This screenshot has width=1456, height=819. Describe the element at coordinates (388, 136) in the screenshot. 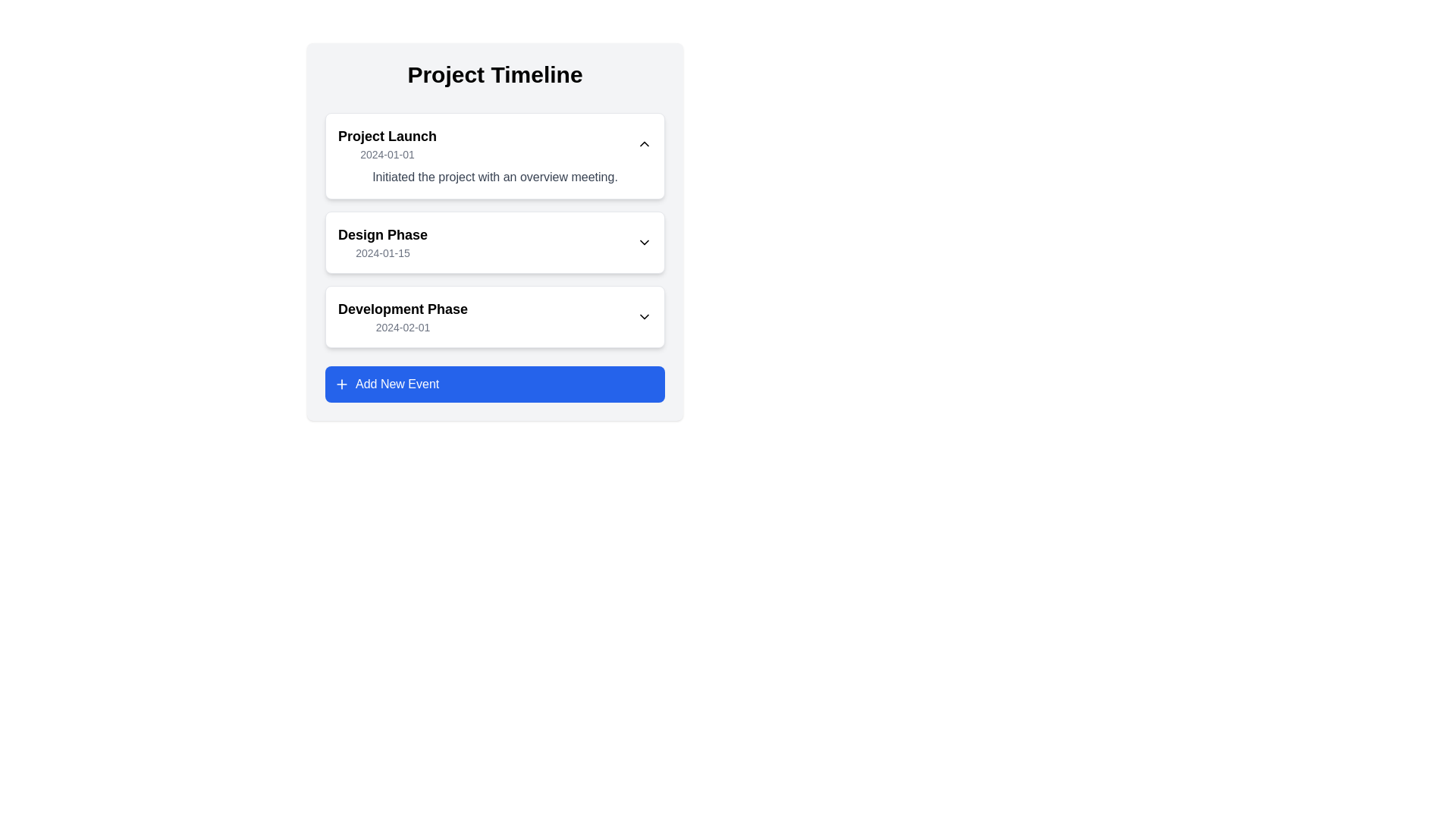

I see `text label 'Project Launch' located at the top of the first card component in the timeline interface` at that location.